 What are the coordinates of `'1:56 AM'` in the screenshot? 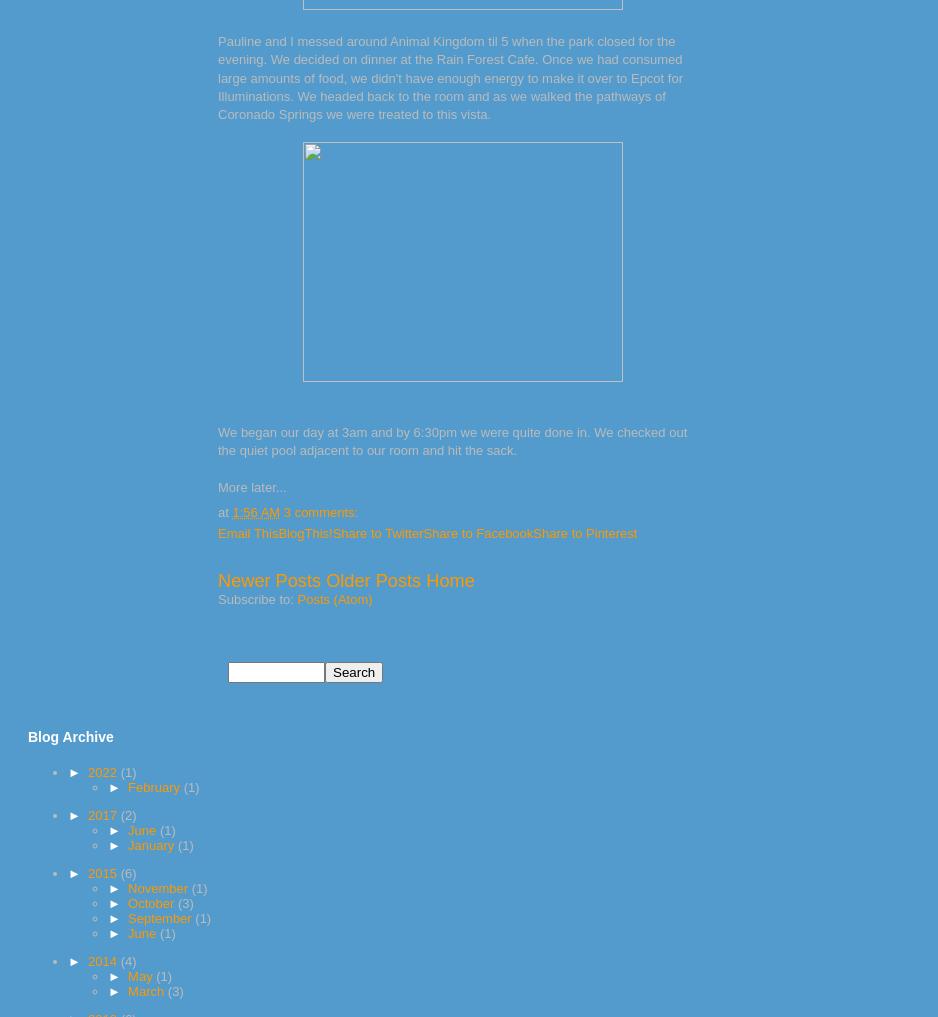 It's located at (254, 512).